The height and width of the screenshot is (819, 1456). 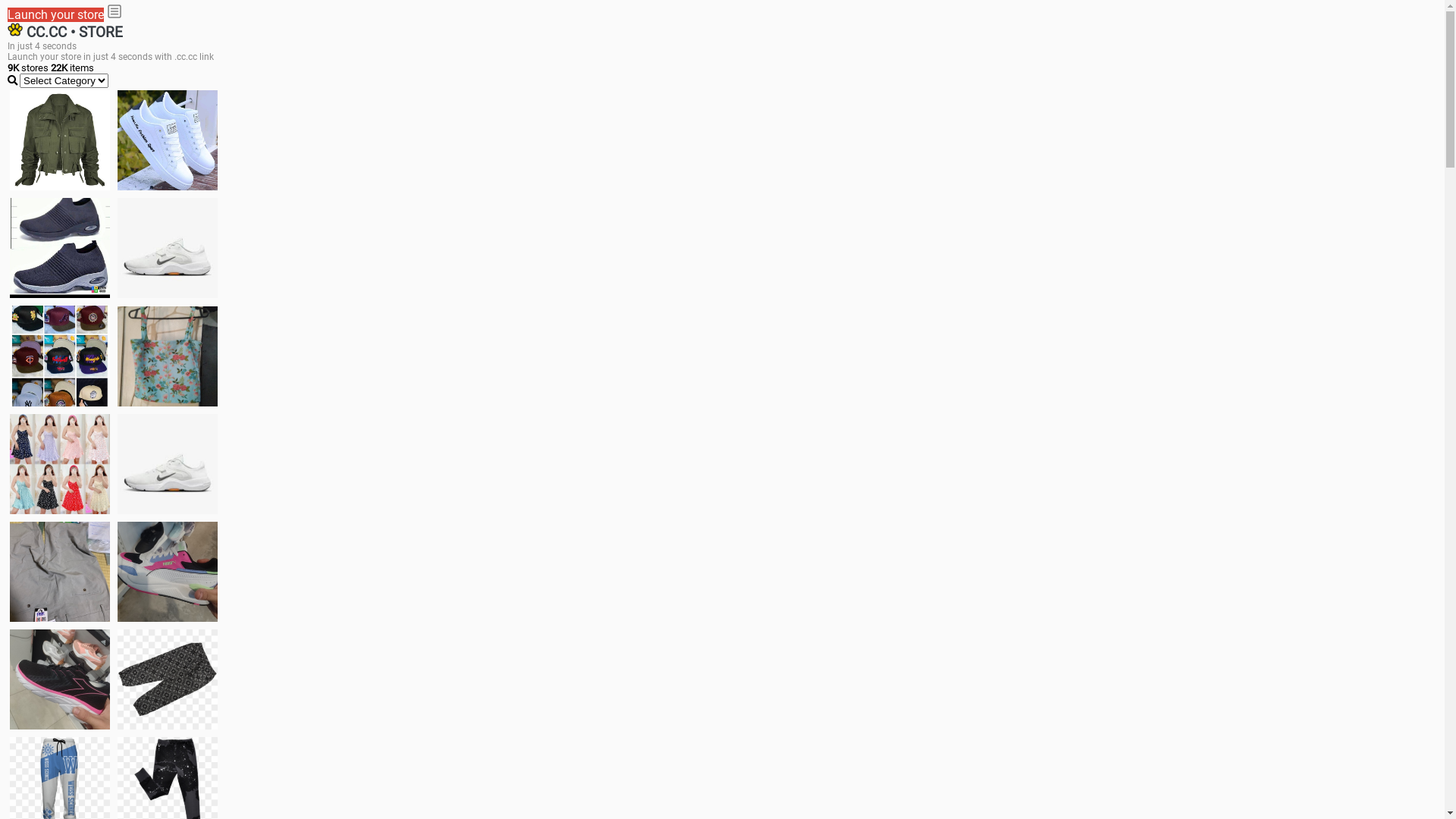 I want to click on 'jacket', so click(x=59, y=140).